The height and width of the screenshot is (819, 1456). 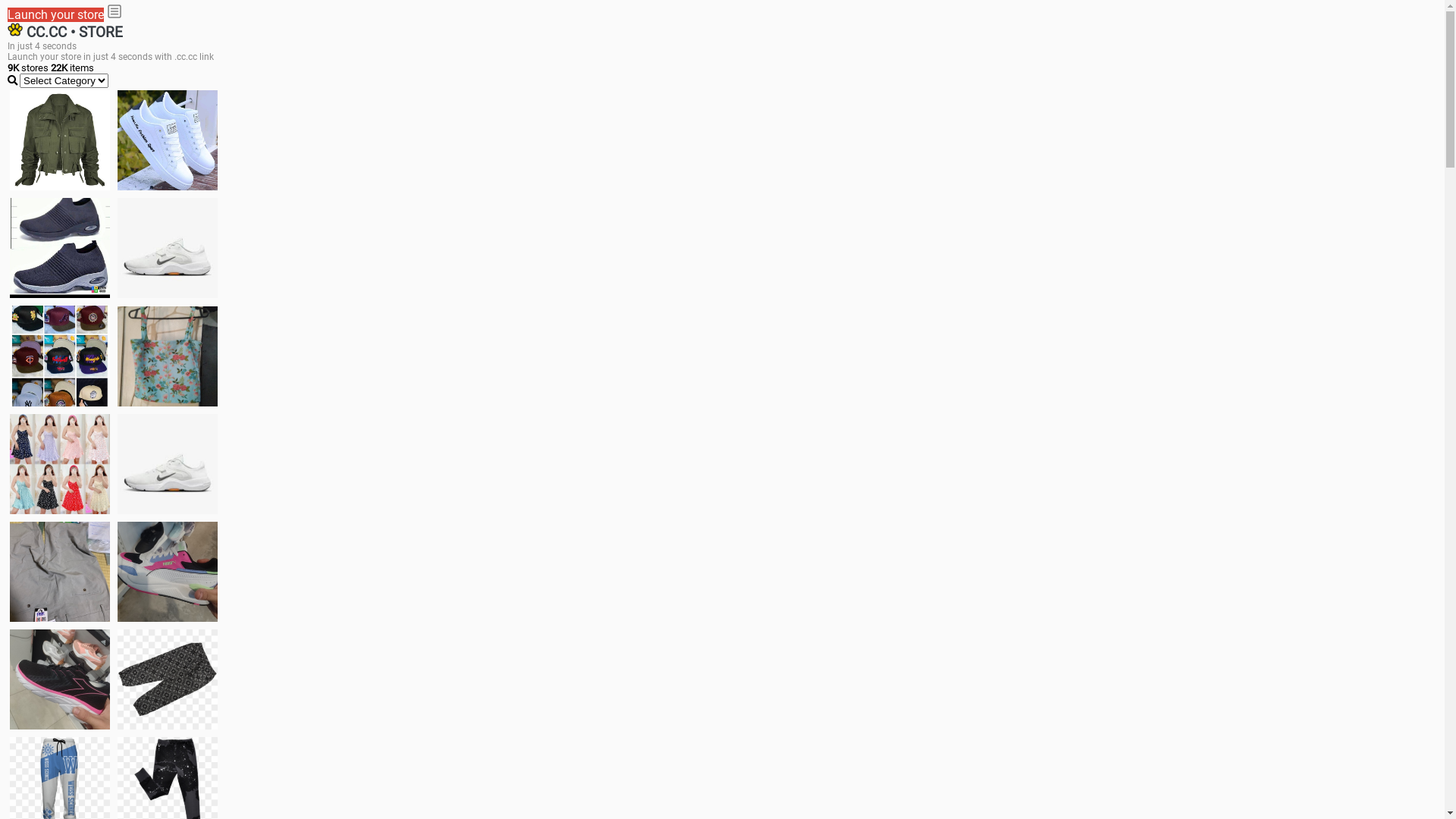 I want to click on 'jacket', so click(x=59, y=140).